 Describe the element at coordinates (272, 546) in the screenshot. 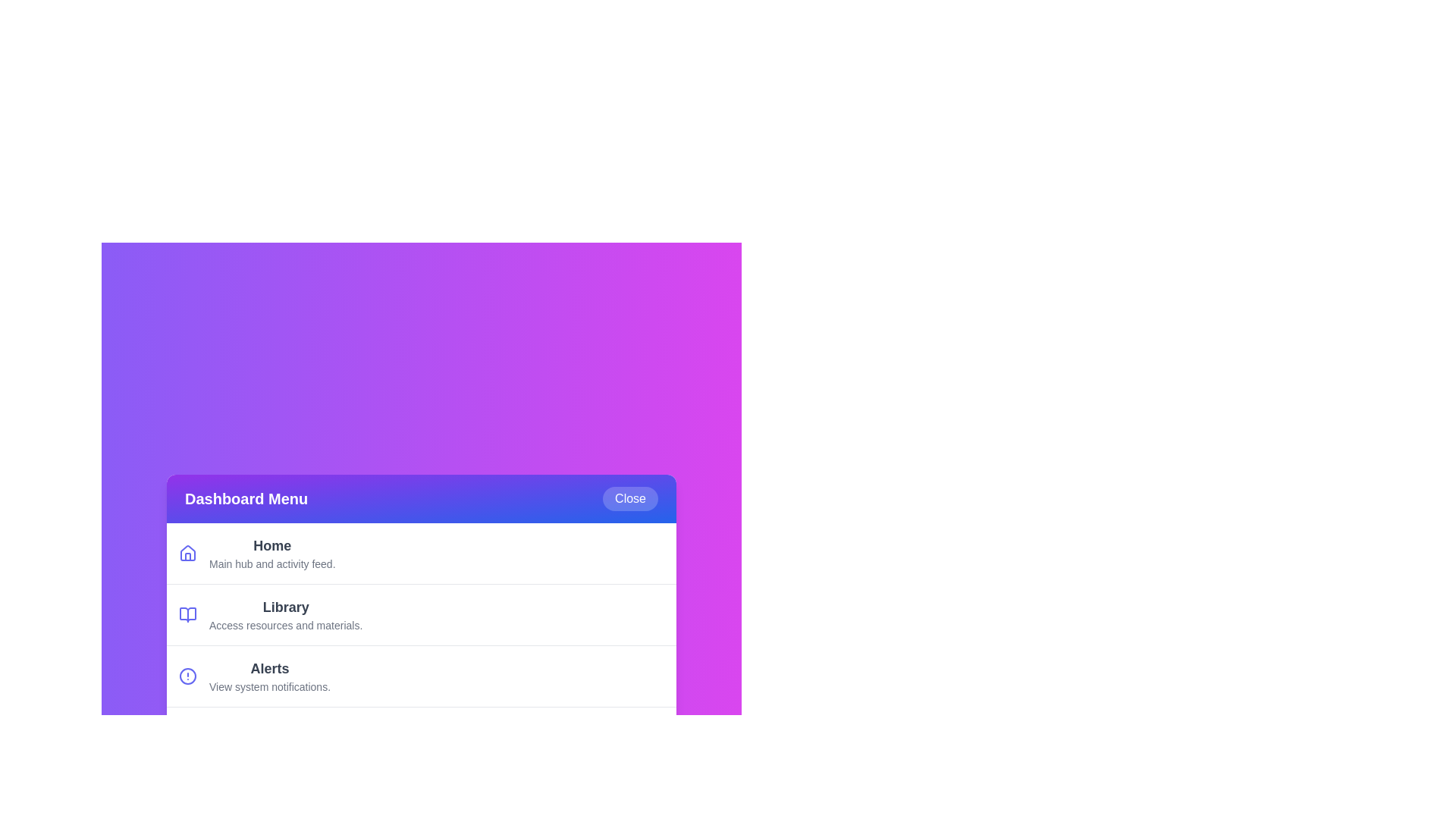

I see `the description of the menu item Home` at that location.